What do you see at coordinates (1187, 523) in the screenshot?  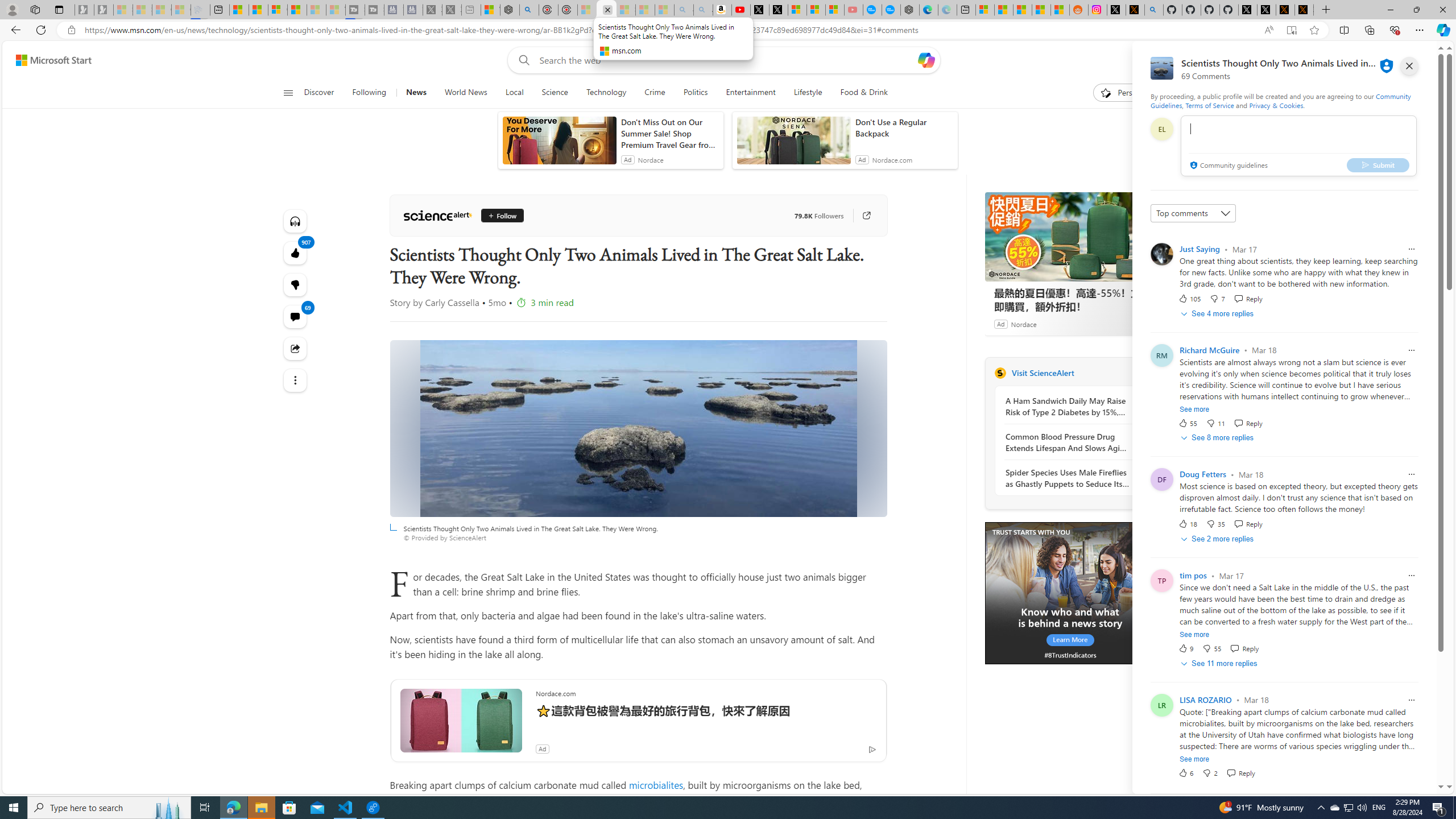 I see `'18 Like'` at bounding box center [1187, 523].